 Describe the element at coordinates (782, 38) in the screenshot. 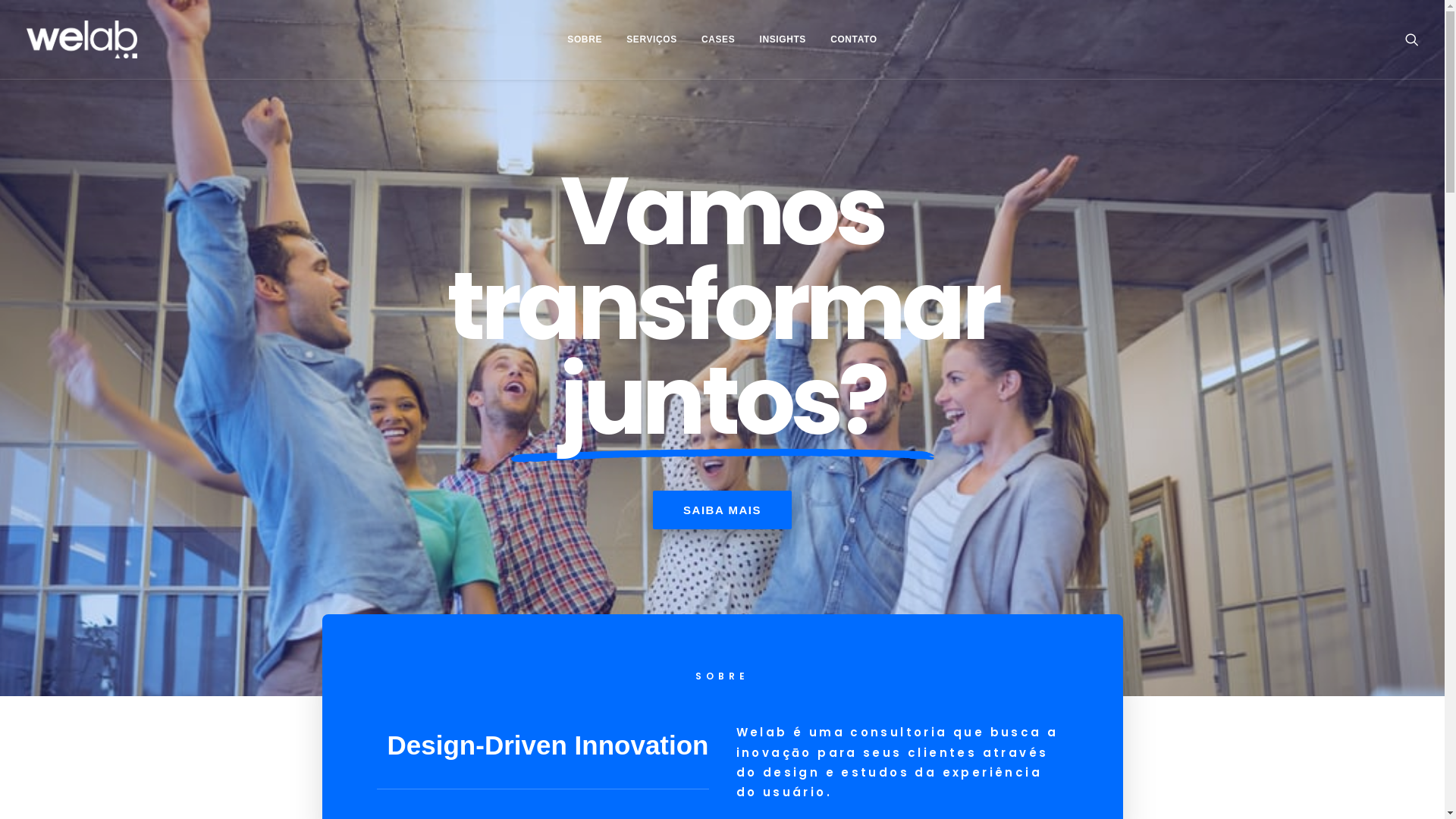

I see `'INSIGHTS'` at that location.